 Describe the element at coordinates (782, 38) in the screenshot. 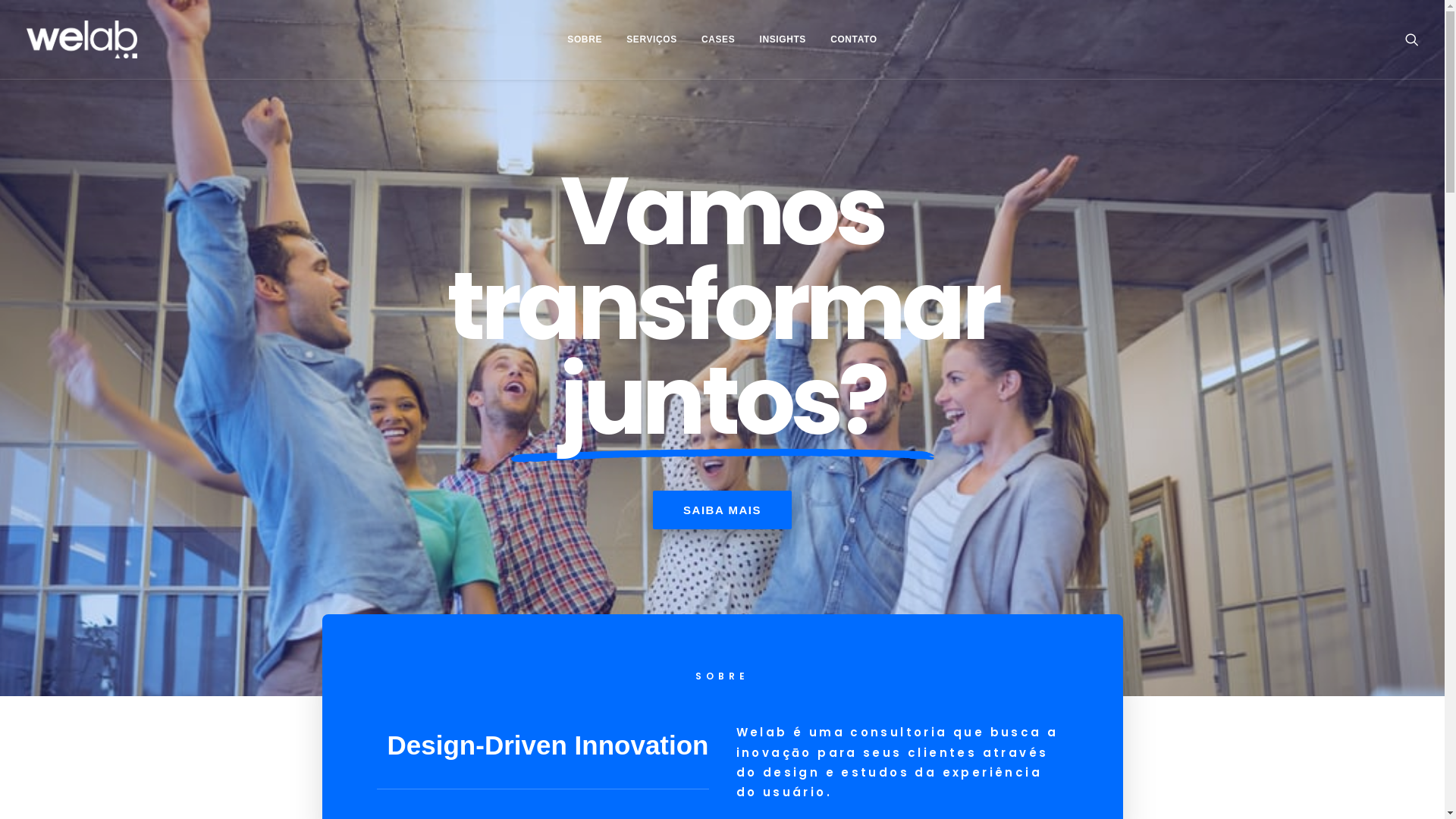

I see `'INSIGHTS'` at that location.